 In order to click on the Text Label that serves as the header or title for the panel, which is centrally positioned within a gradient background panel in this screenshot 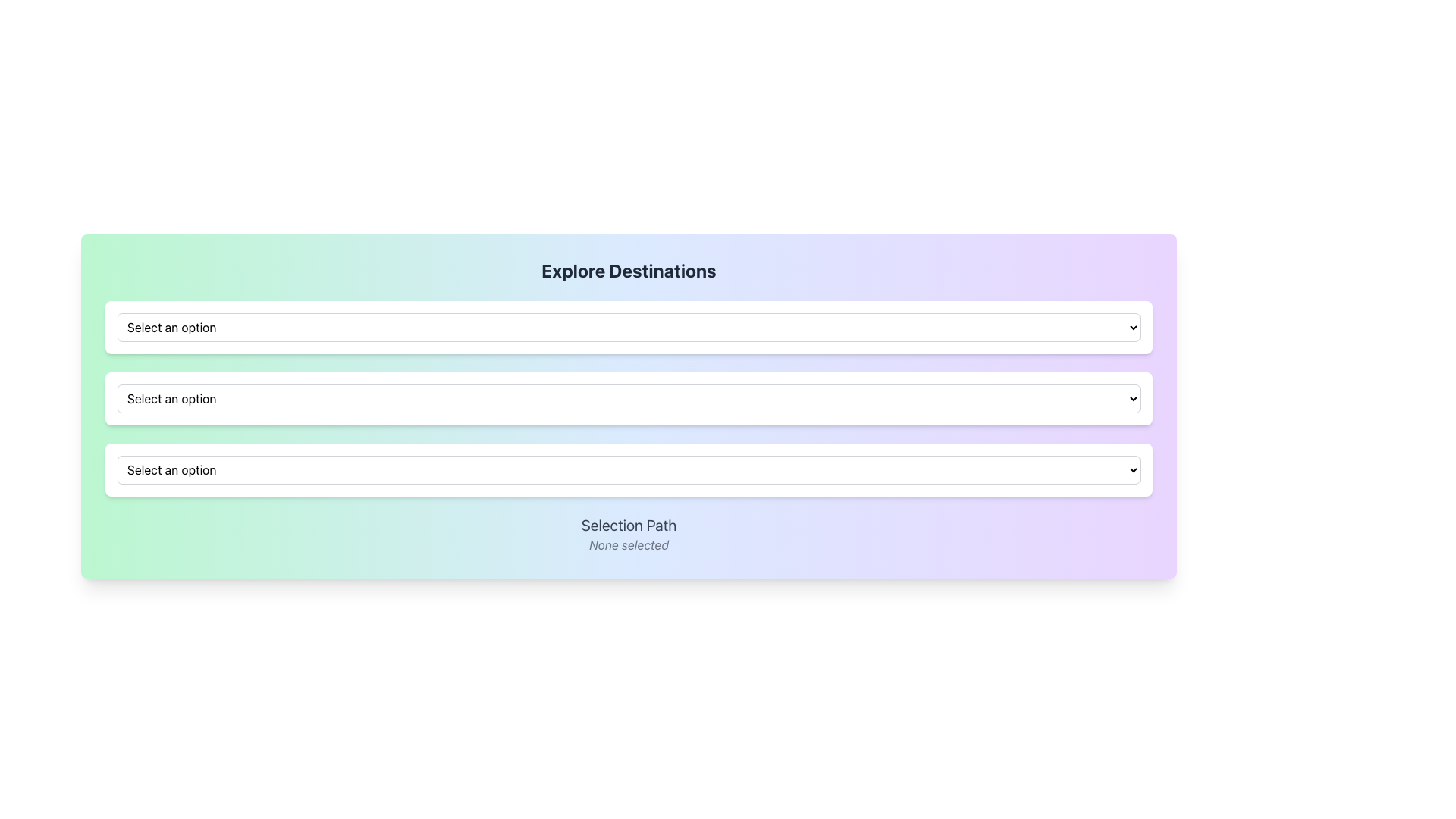, I will do `click(629, 270)`.